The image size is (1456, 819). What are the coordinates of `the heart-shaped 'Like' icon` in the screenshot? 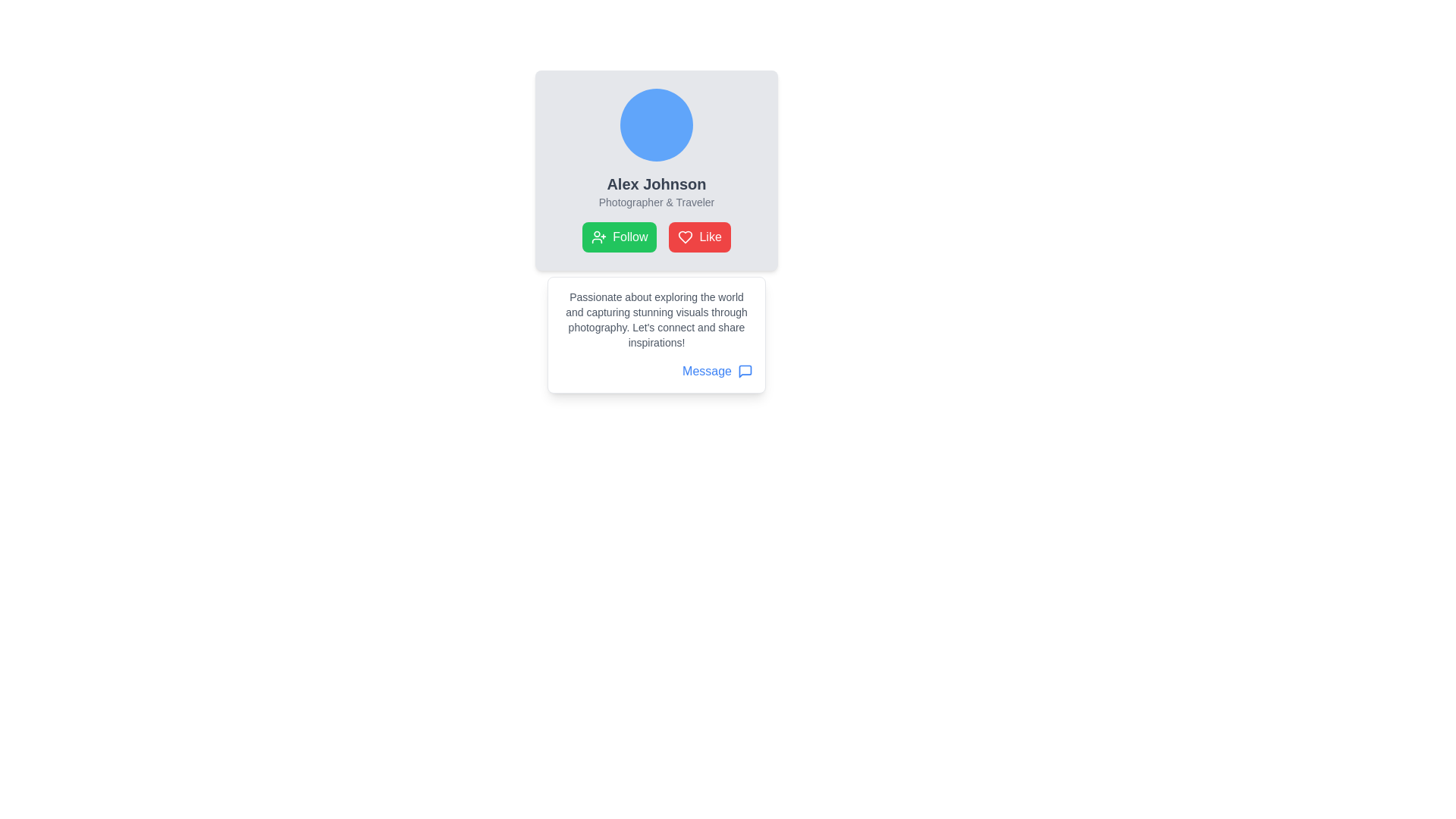 It's located at (685, 237).